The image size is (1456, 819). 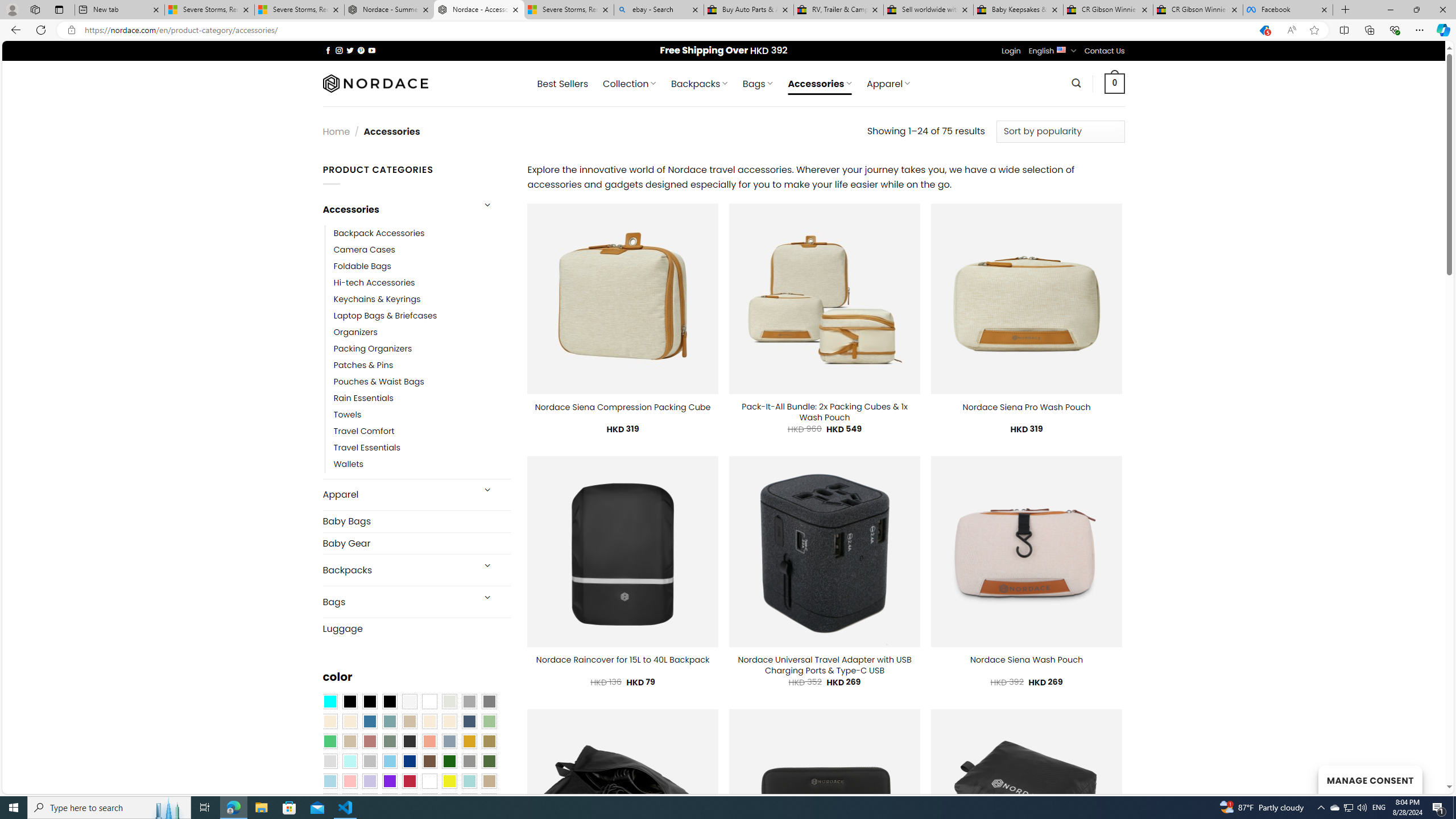 I want to click on 'Browser essentials', so click(x=1394, y=29).